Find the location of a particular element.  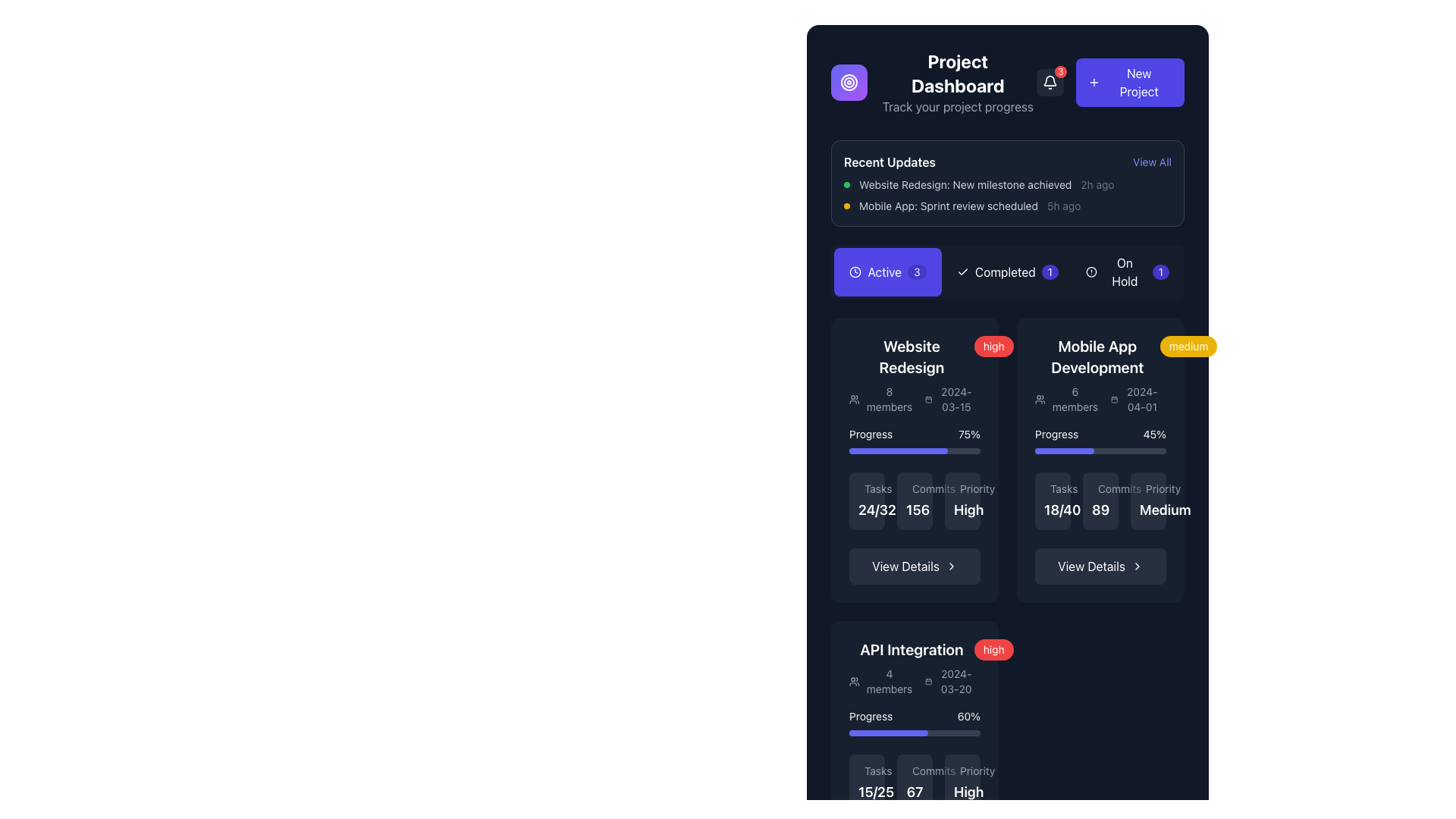

the priority indication label located at the bottom center of the 'Mobile App Development' card, which is directly above the 'Medium' priority level text is located at coordinates (1148, 488).